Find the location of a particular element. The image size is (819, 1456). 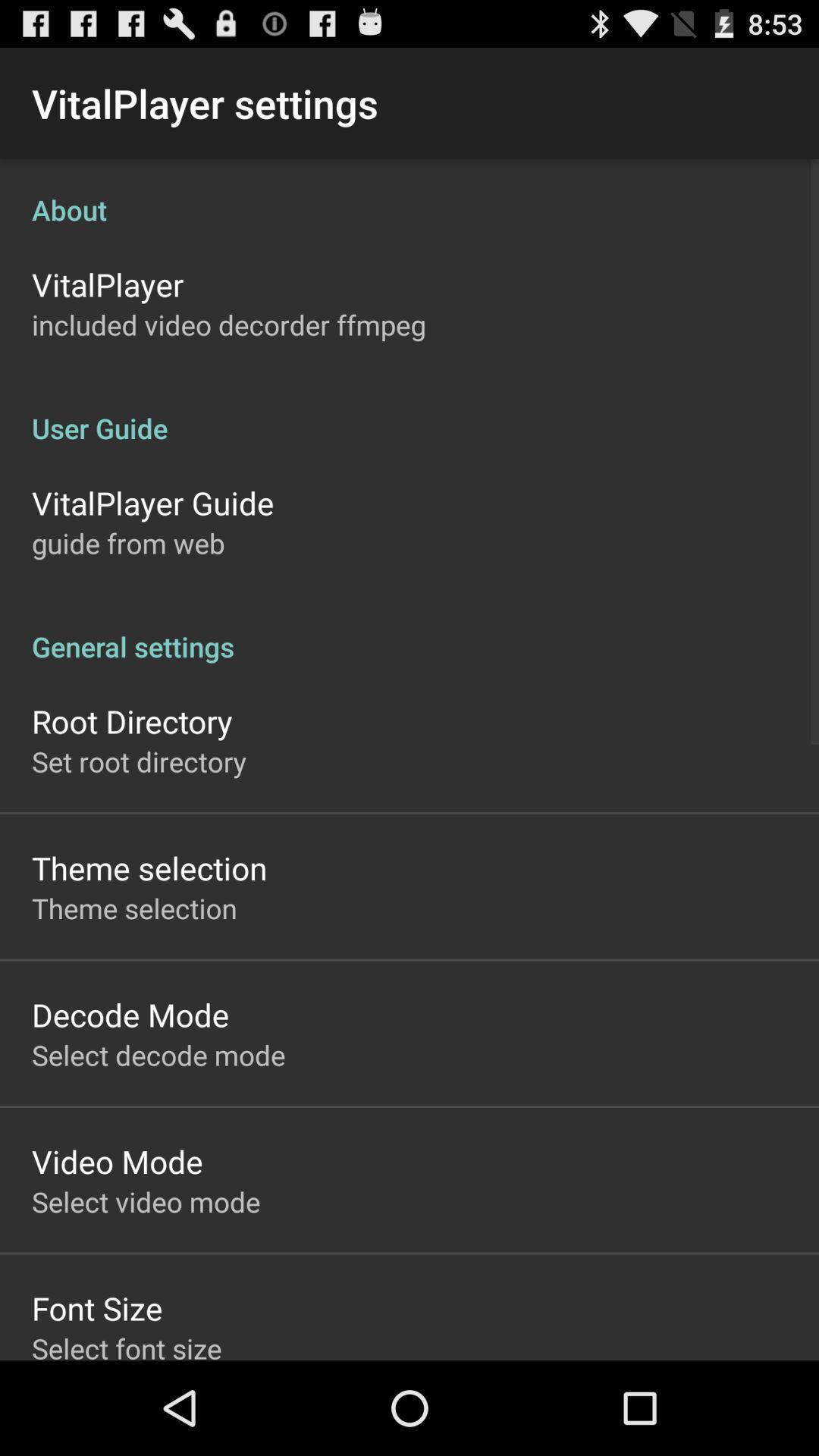

the item below vitalplayer guide icon is located at coordinates (127, 543).